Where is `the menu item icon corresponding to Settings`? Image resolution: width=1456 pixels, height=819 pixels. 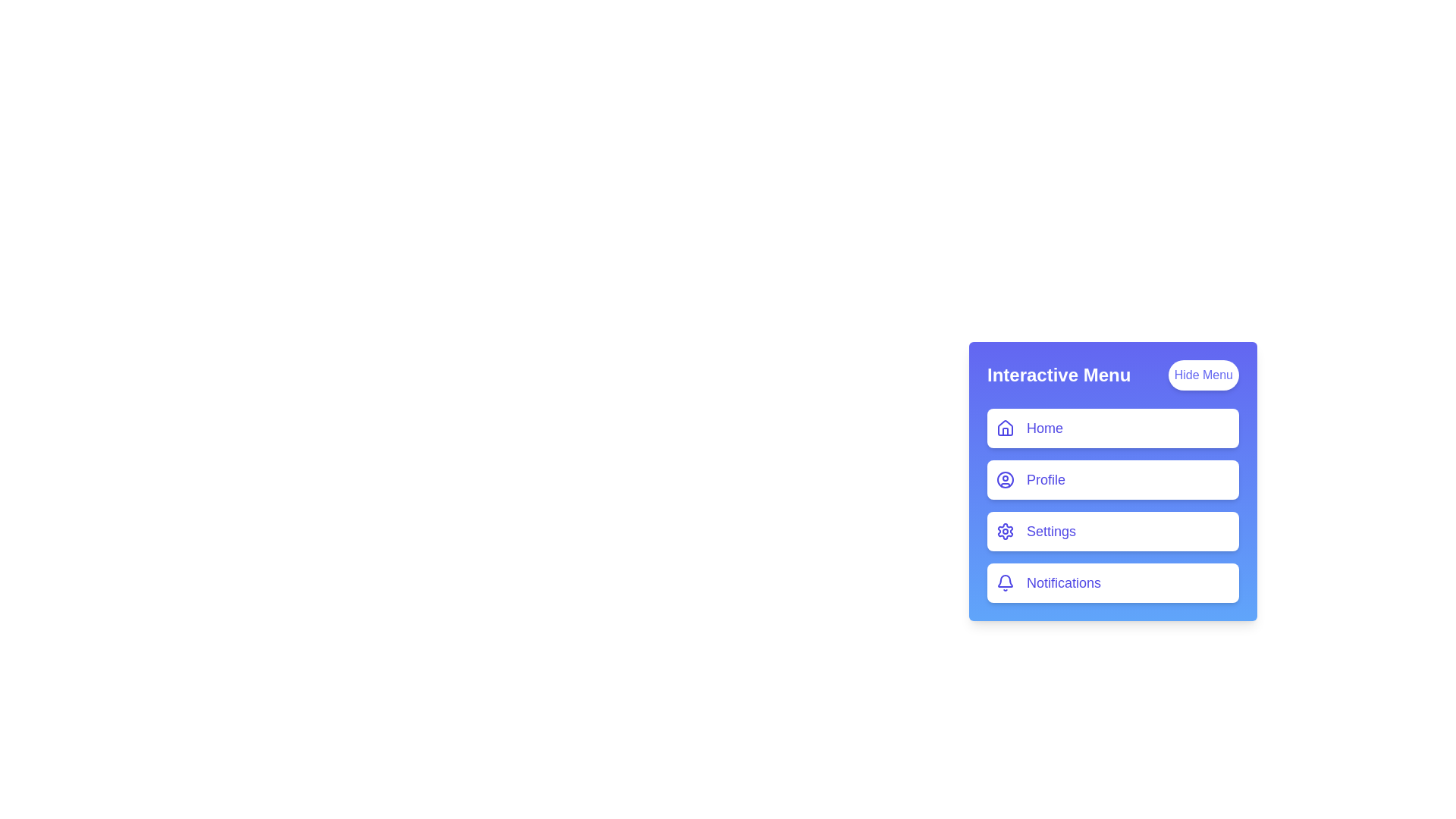
the menu item icon corresponding to Settings is located at coordinates (1005, 531).